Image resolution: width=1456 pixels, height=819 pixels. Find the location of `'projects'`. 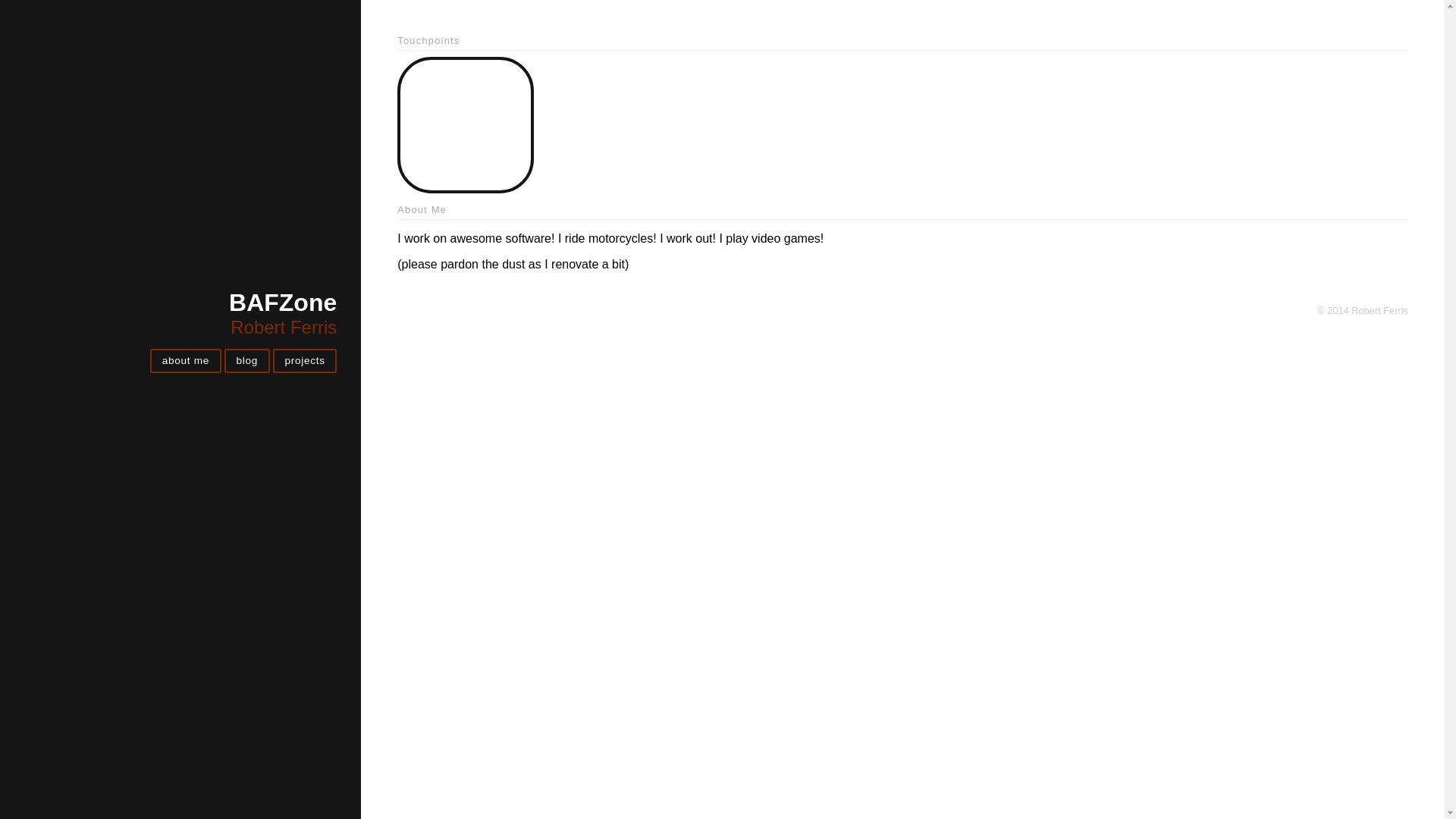

'projects' is located at coordinates (304, 361).